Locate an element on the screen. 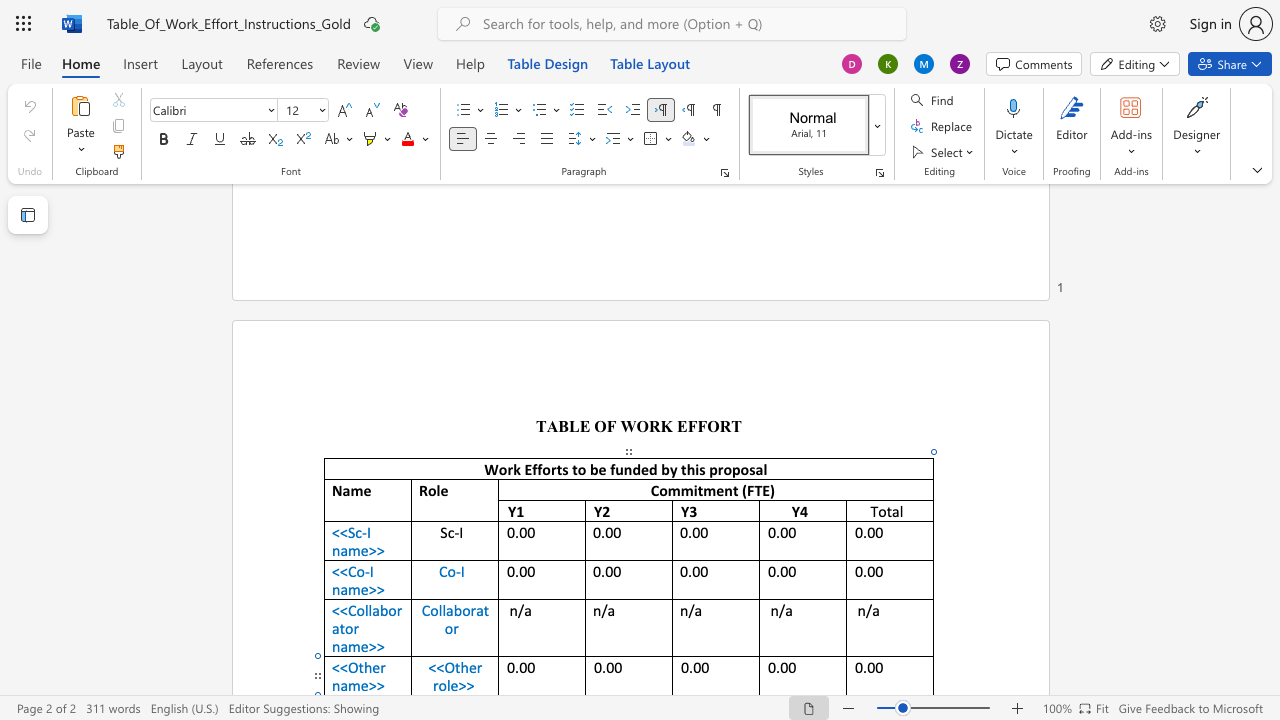 This screenshot has height=720, width=1280. the space between the continuous character "h" and "e" in the text is located at coordinates (467, 667).